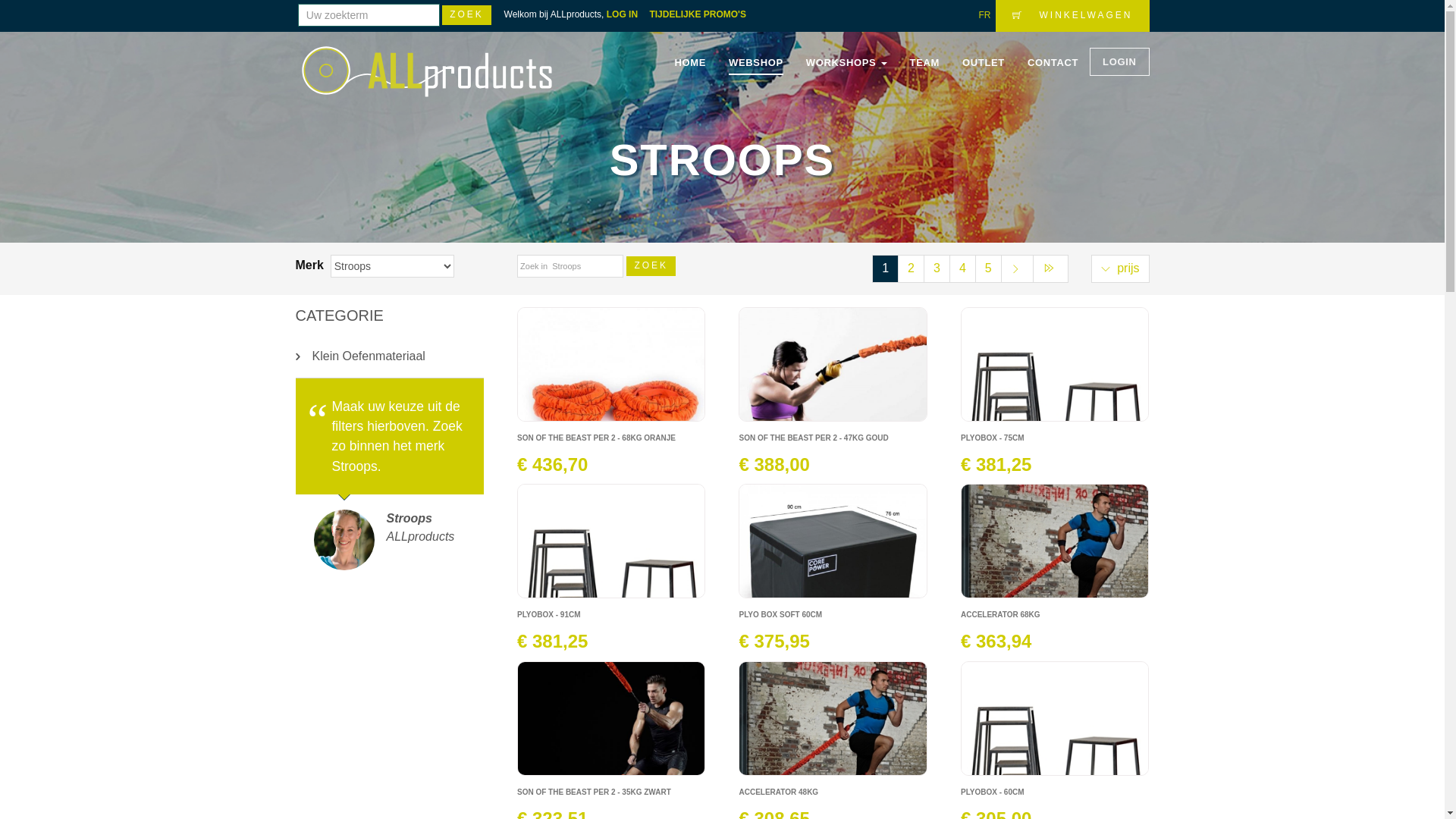 This screenshot has height=819, width=1456. What do you see at coordinates (846, 62) in the screenshot?
I see `'WORKSHOPS'` at bounding box center [846, 62].